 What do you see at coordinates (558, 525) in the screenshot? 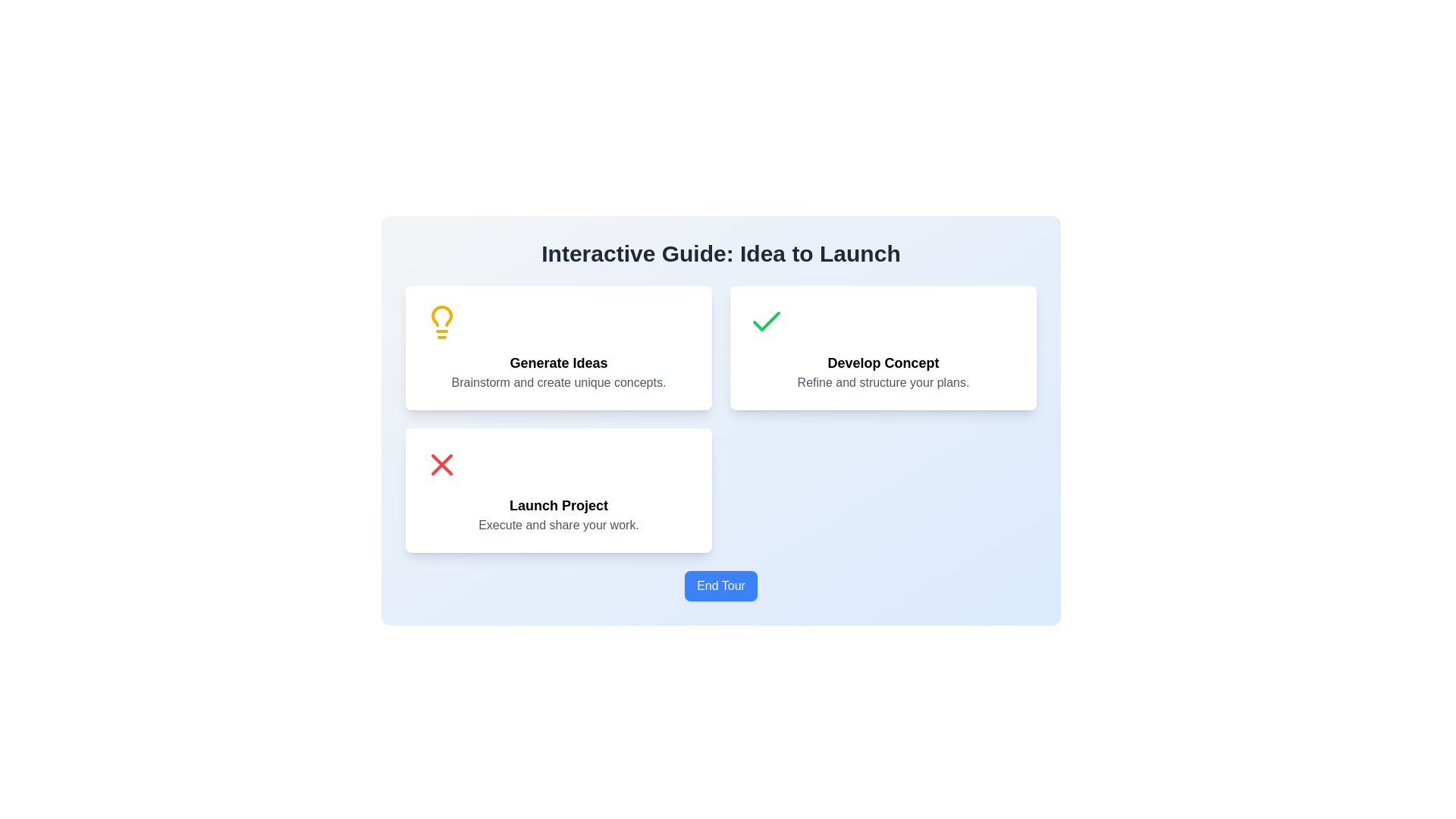
I see `the descriptive text label located within the 'Launch Project' card layout, which provides additional context for the feature` at bounding box center [558, 525].